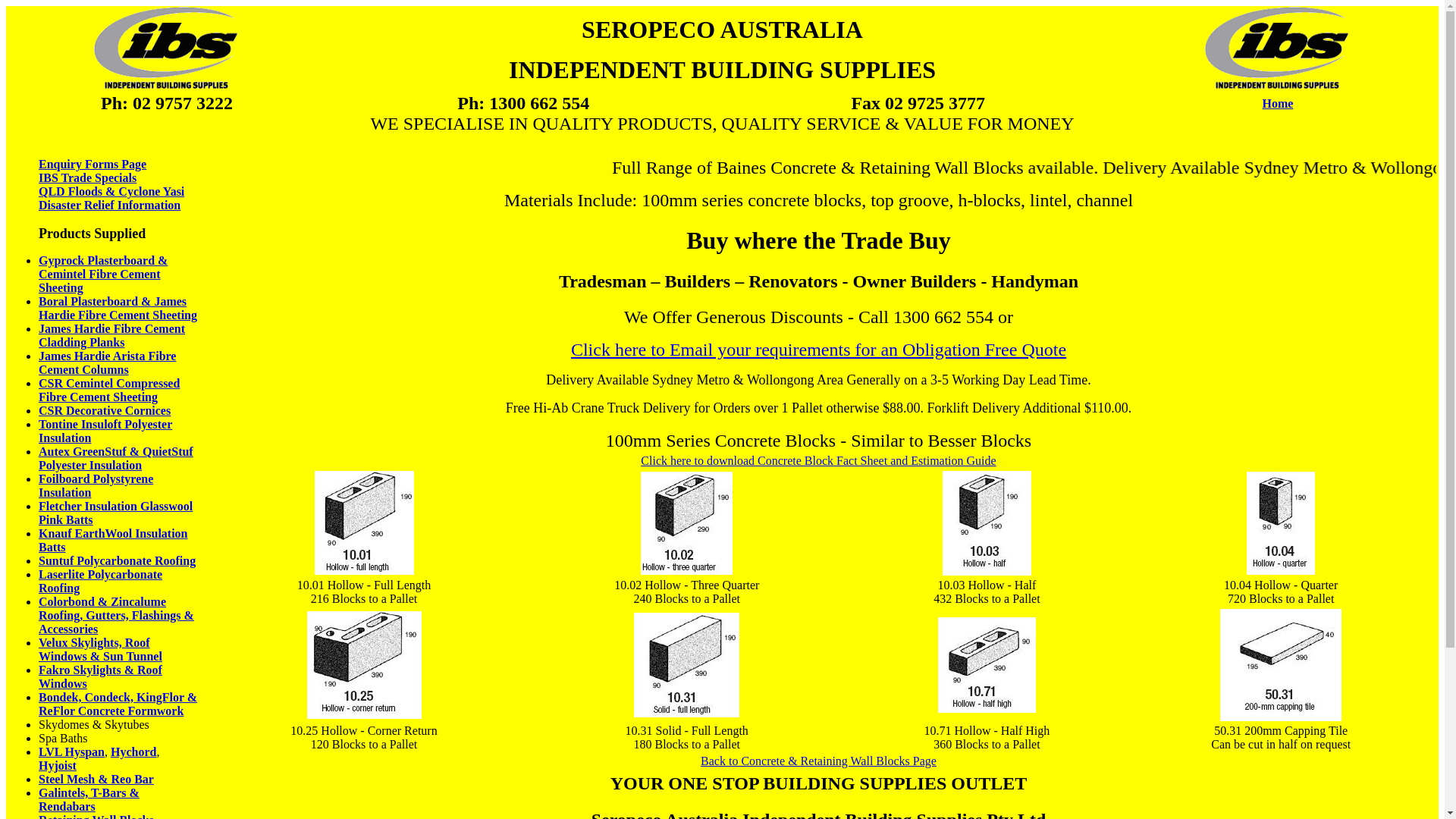 Image resolution: width=1456 pixels, height=819 pixels. Describe the element at coordinates (39, 799) in the screenshot. I see `'Galintels, T-Bars & Rendabars'` at that location.